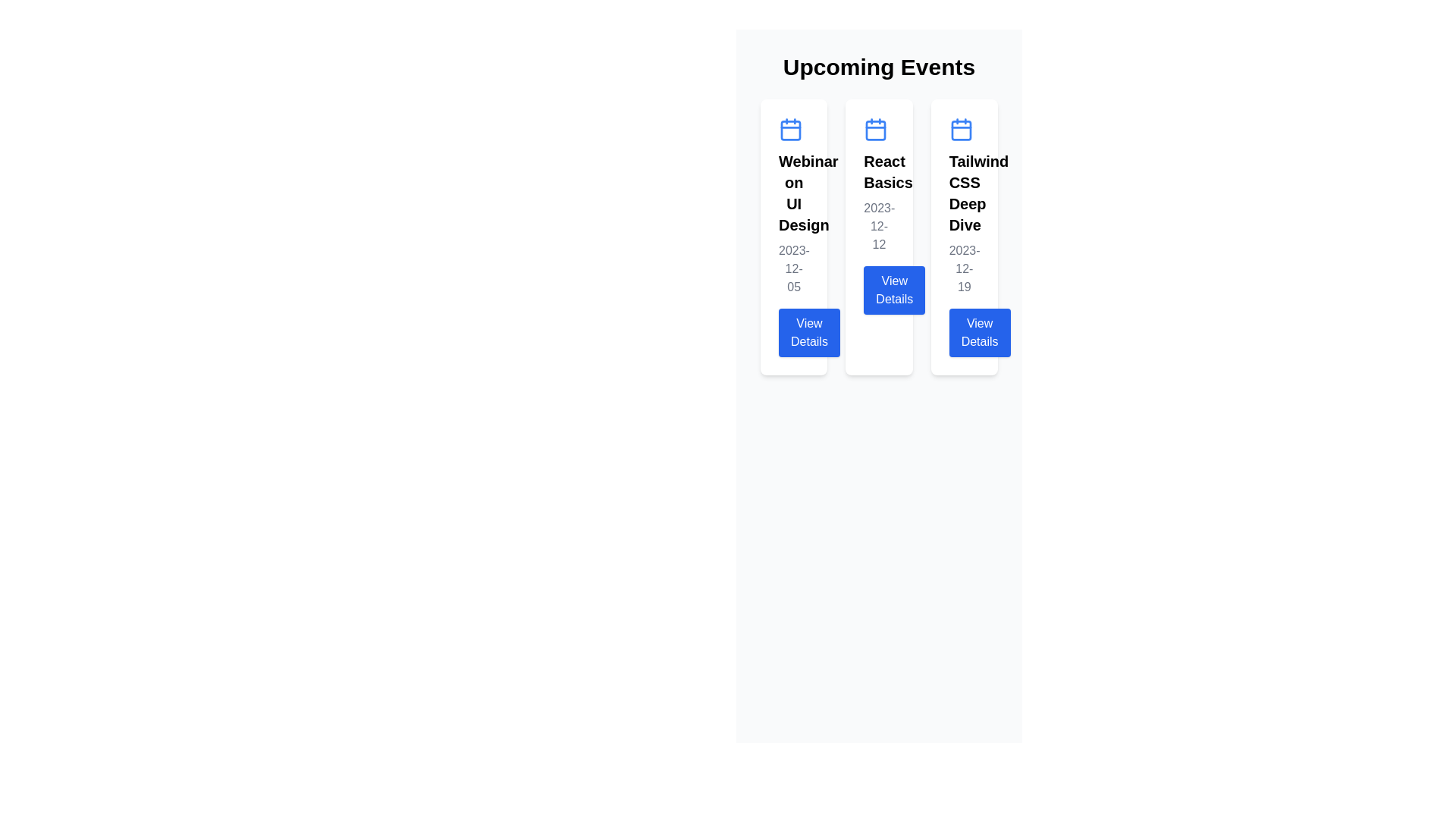  I want to click on the 'View Details' button, which is a rectangular button with rounded corners, a blue background, and white text located in the middle of the 'React Basics' card under the 'Upcoming Events' section, so click(894, 290).